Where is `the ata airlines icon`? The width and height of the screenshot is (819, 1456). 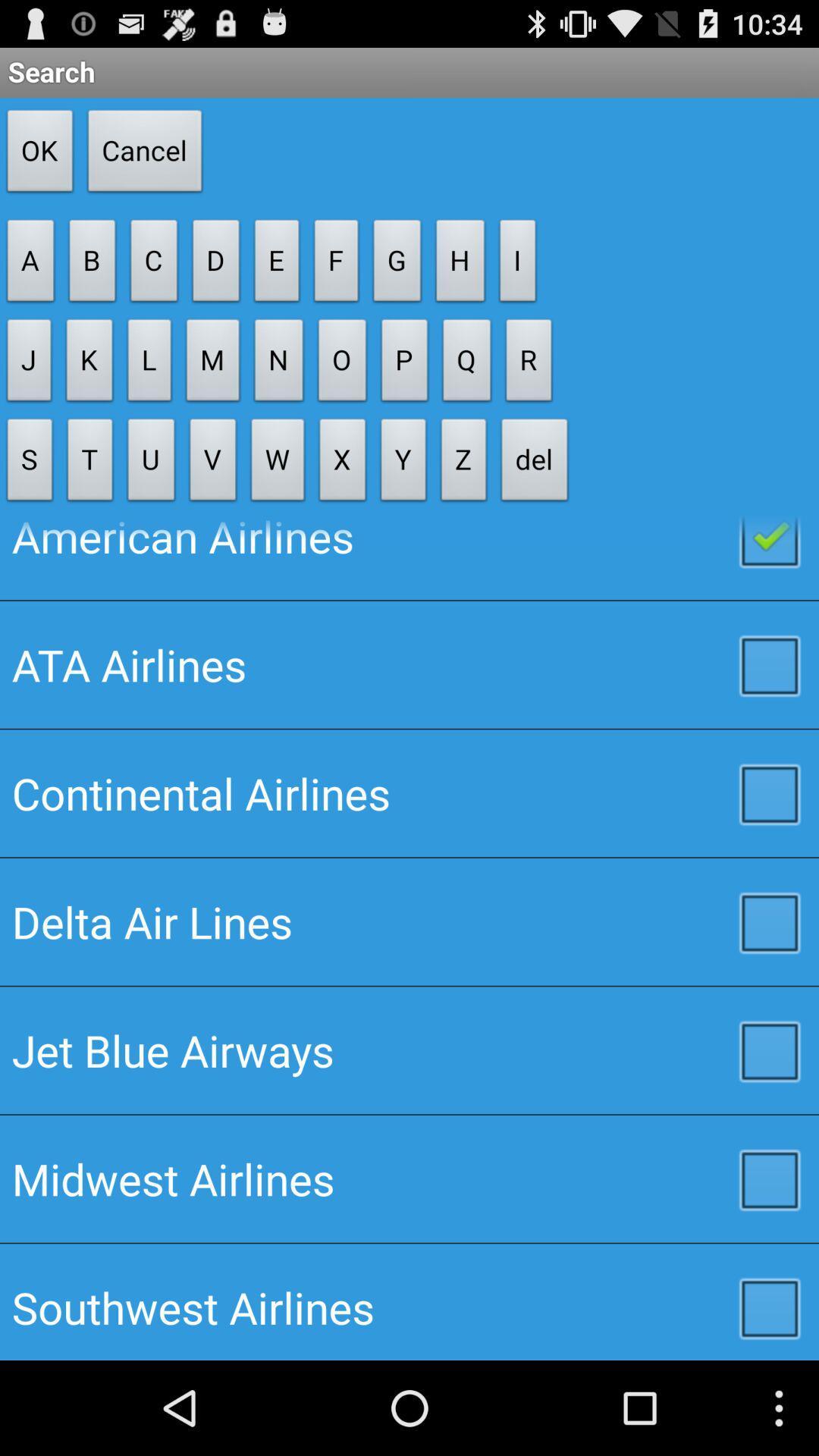
the ata airlines icon is located at coordinates (409, 664).